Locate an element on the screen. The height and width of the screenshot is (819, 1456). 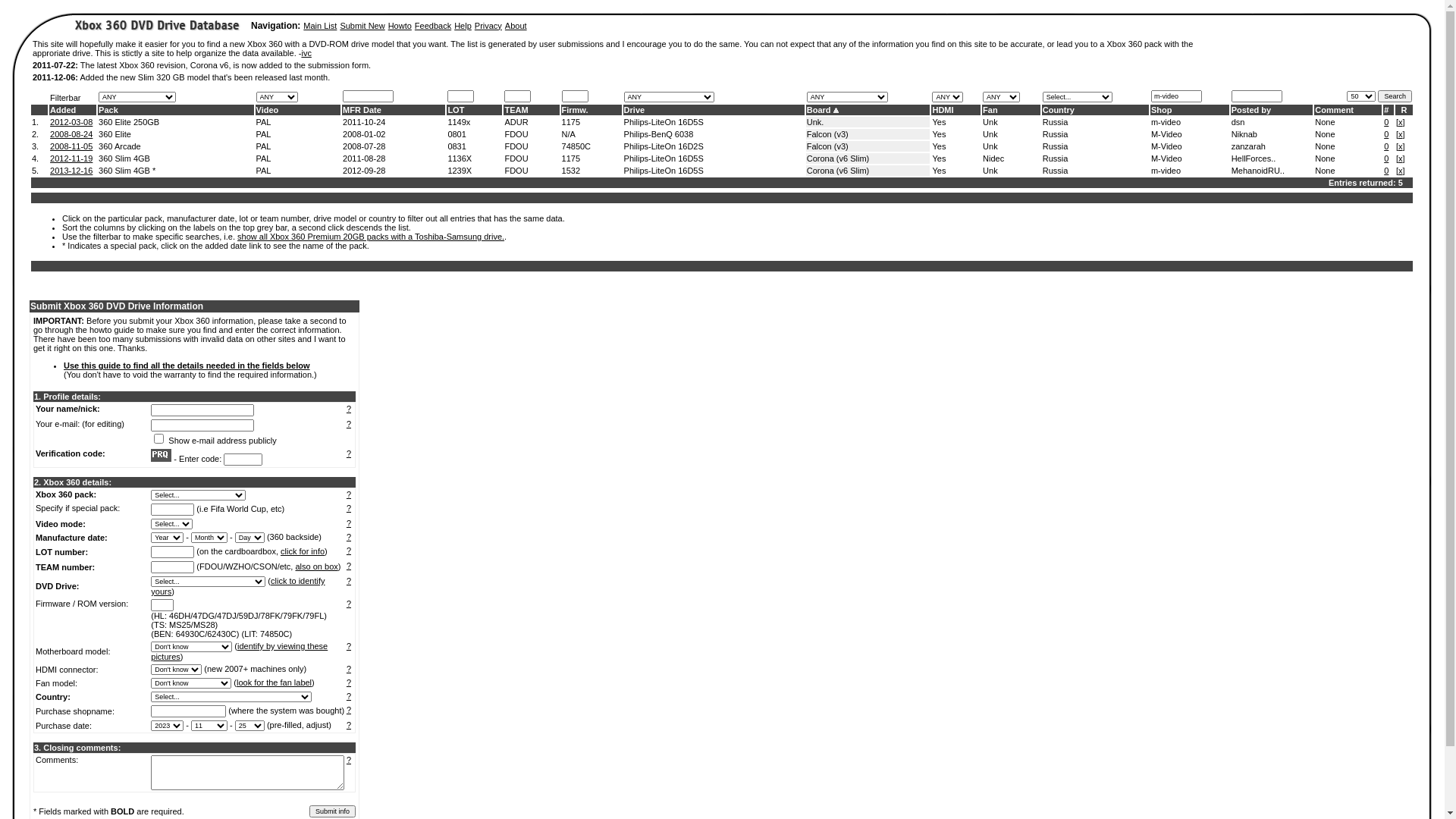
'HDMI' is located at coordinates (930, 109).